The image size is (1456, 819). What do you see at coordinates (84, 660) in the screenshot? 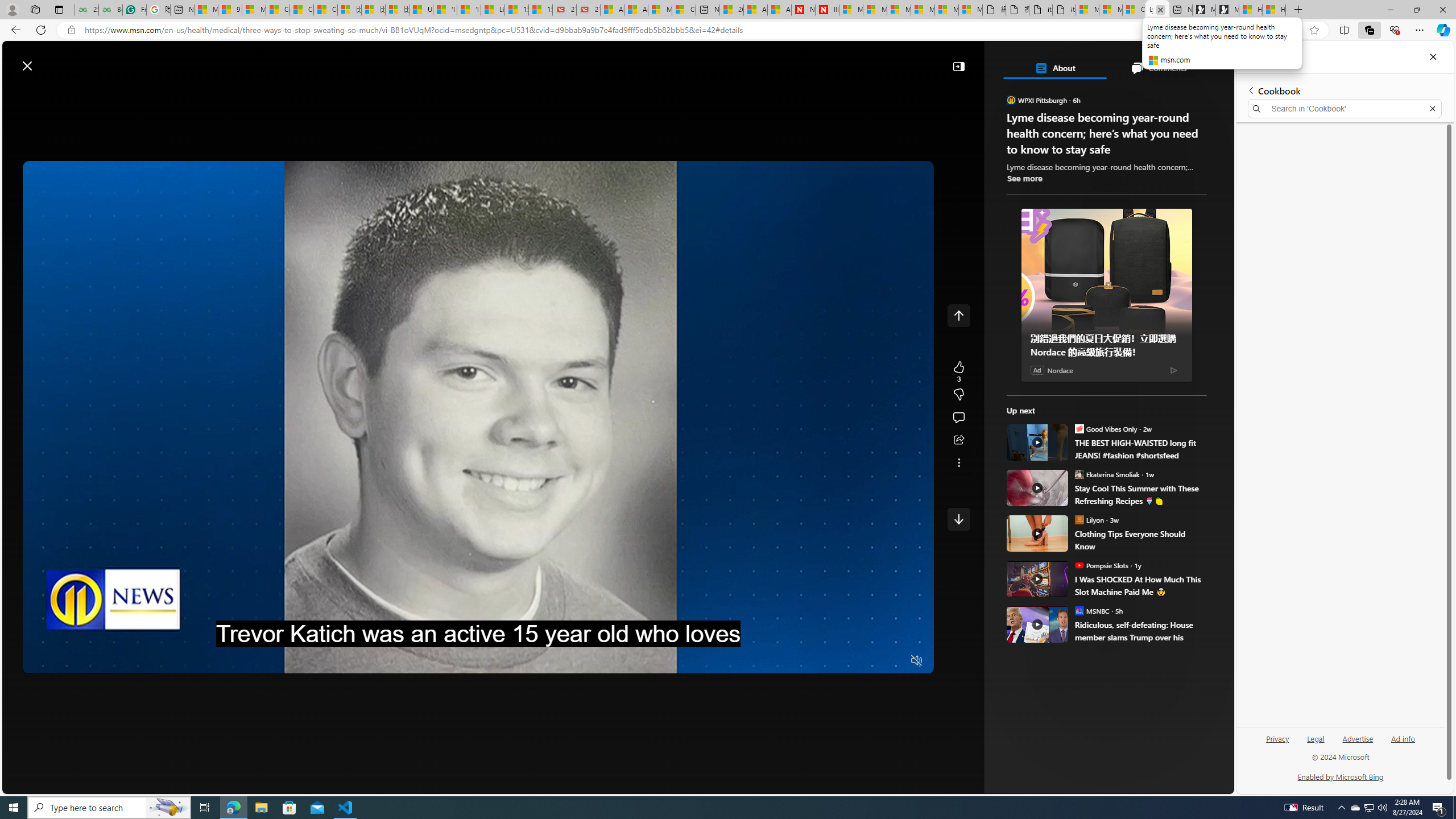
I see `'Seek Forward'` at bounding box center [84, 660].